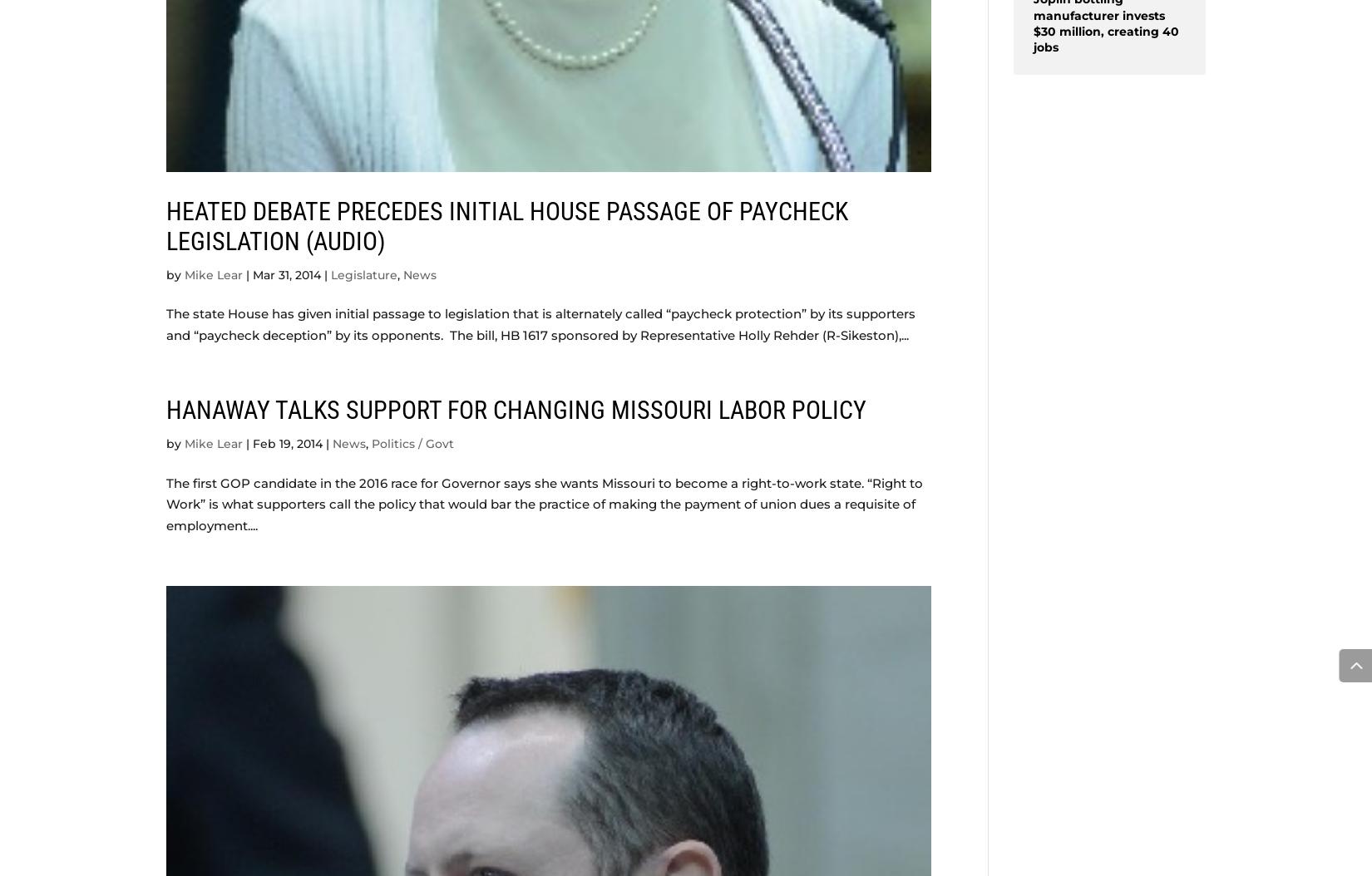 The image size is (1372, 876). Describe the element at coordinates (287, 274) in the screenshot. I see `'Mar 31, 2014'` at that location.